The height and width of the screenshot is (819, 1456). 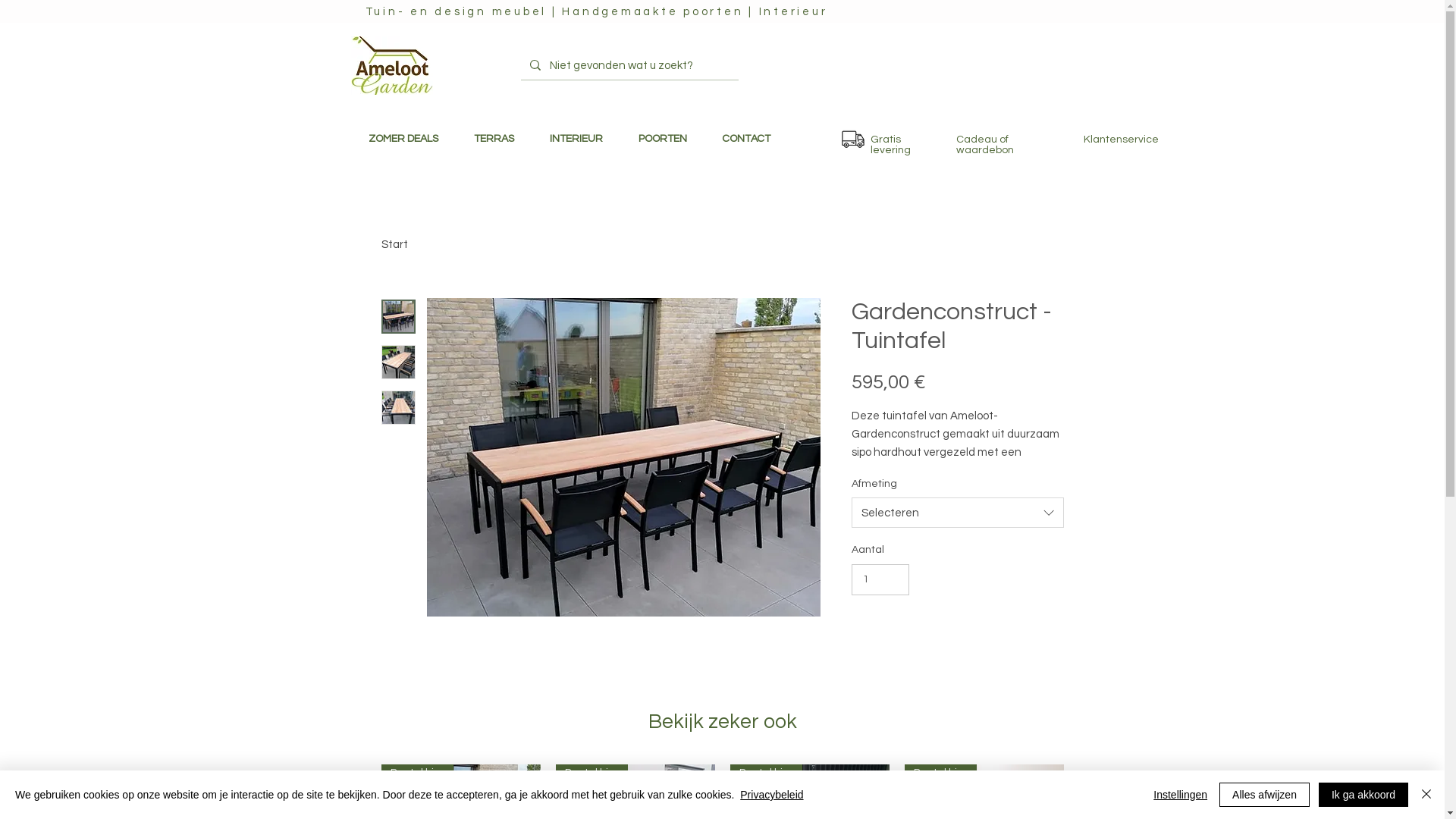 I want to click on 'TERRAS', so click(x=494, y=139).